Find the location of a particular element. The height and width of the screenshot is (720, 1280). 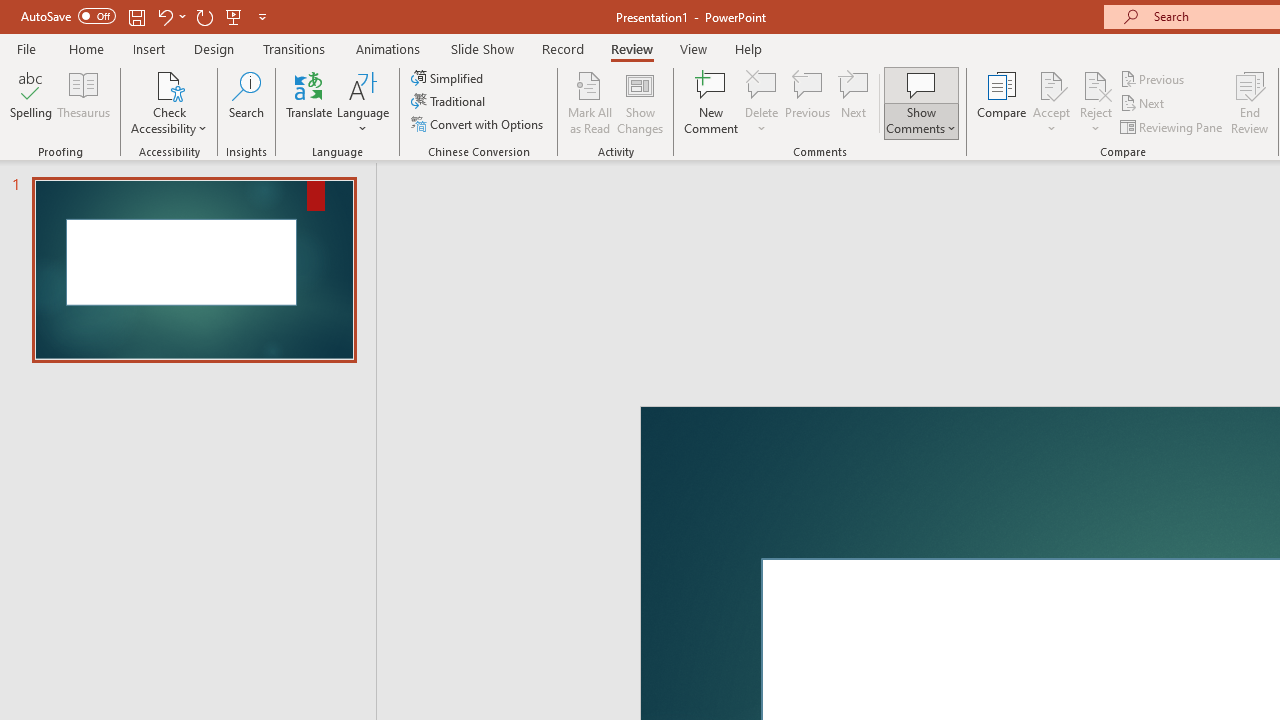

'Reviewing Pane' is located at coordinates (1173, 127).